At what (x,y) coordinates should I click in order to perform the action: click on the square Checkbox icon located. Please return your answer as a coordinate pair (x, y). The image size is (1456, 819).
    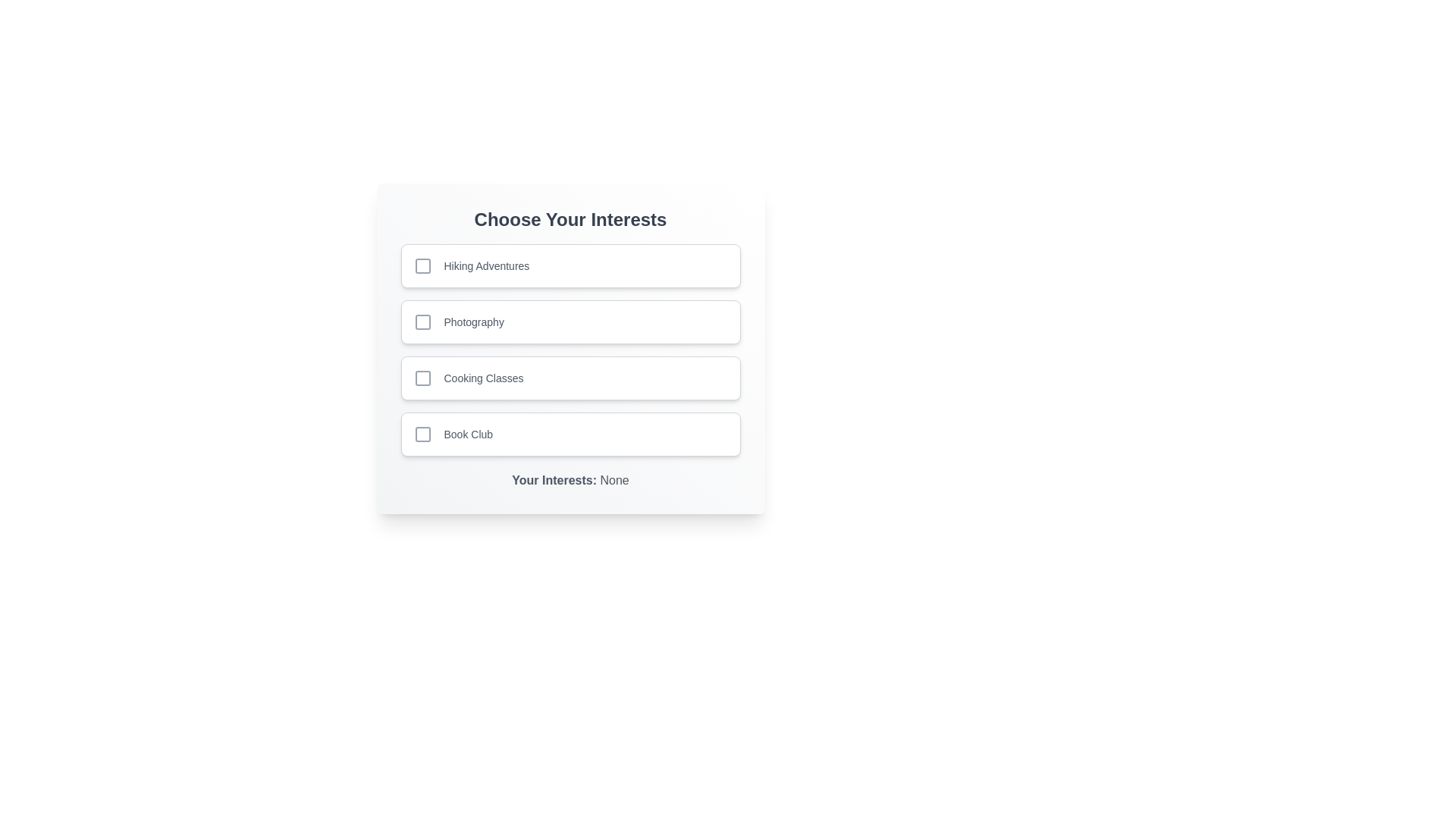
    Looking at the image, I should click on (422, 321).